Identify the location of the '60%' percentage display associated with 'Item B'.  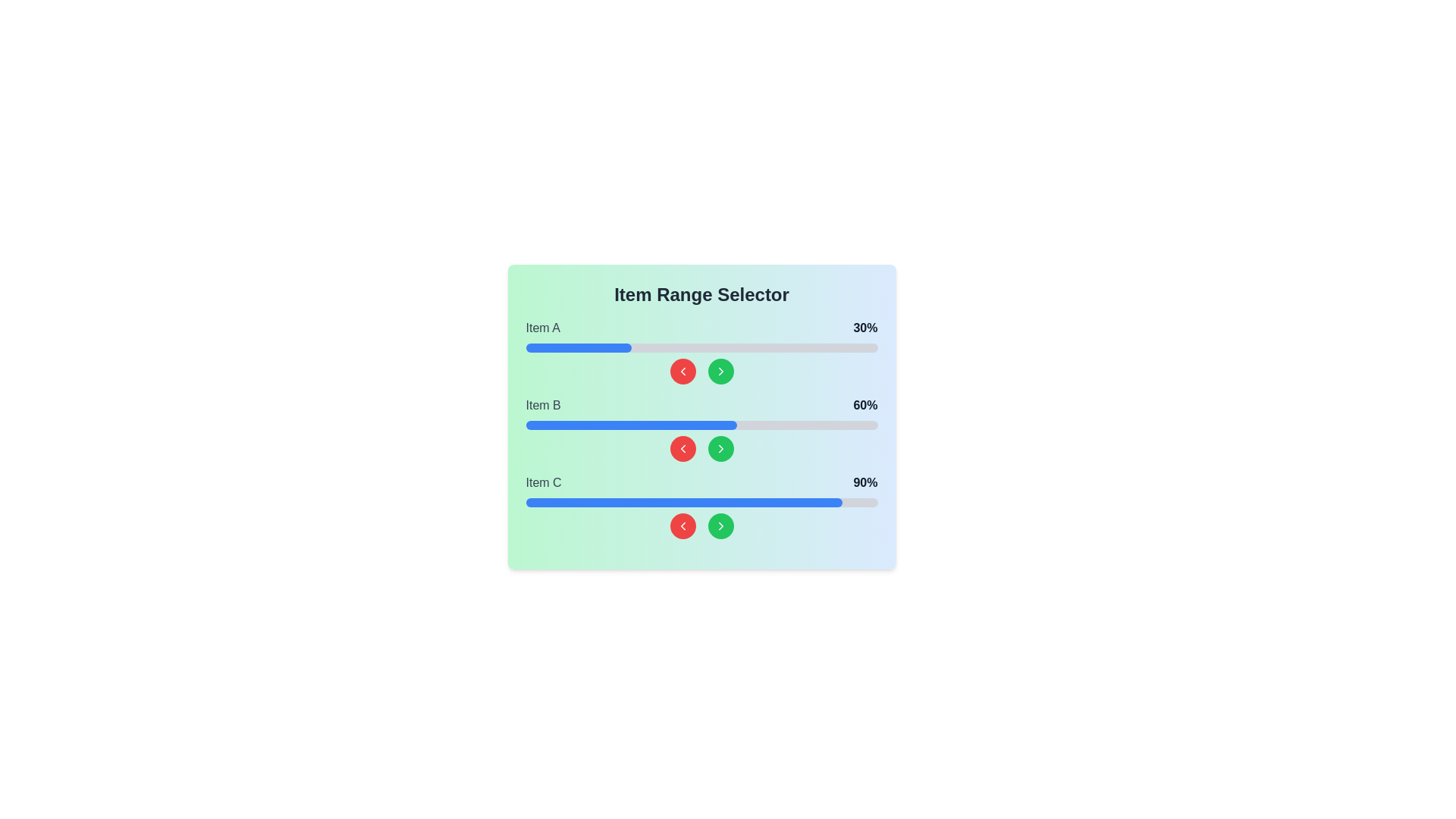
(701, 405).